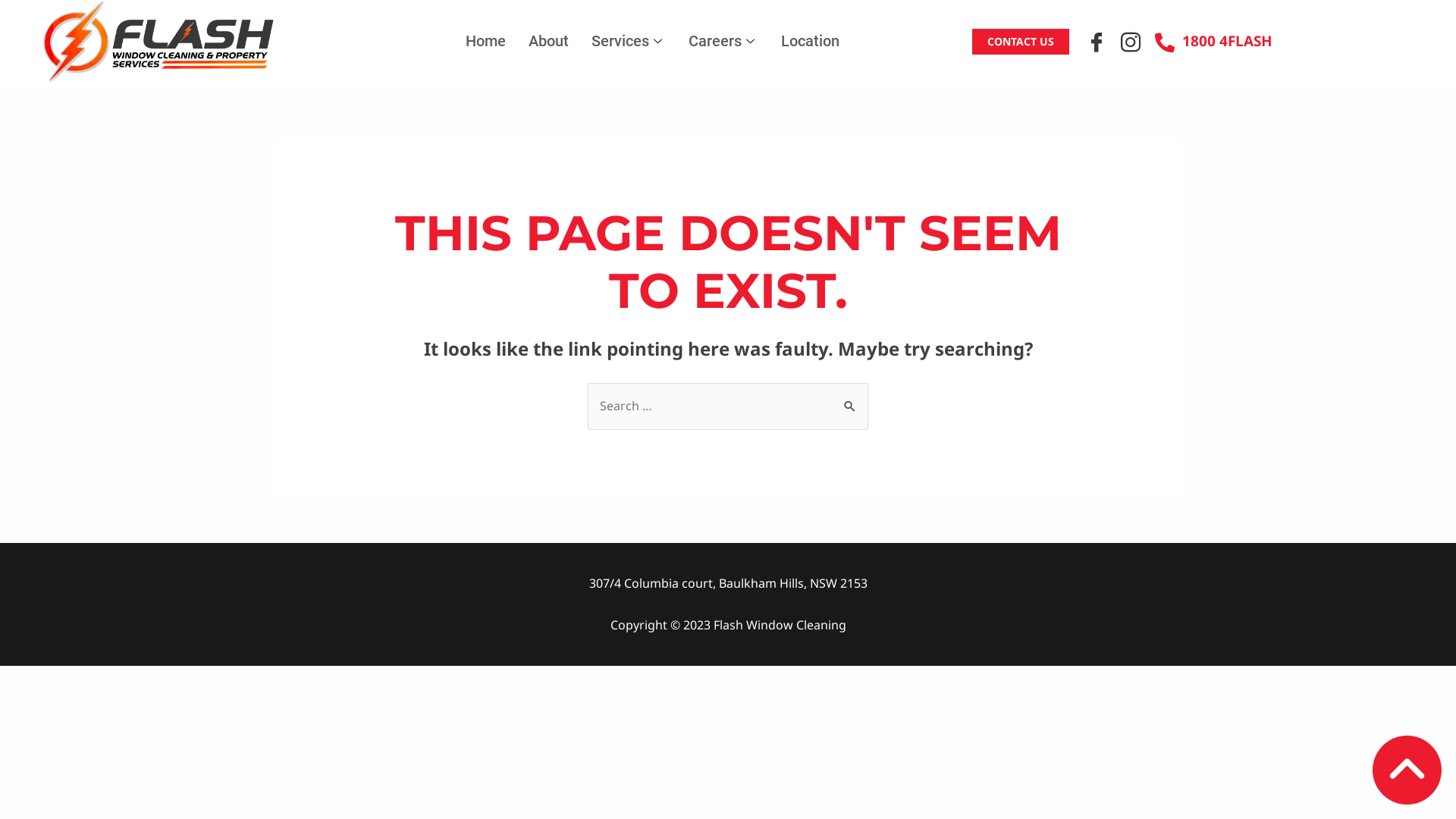 This screenshot has height=819, width=1456. Describe the element at coordinates (485, 40) in the screenshot. I see `'Home'` at that location.